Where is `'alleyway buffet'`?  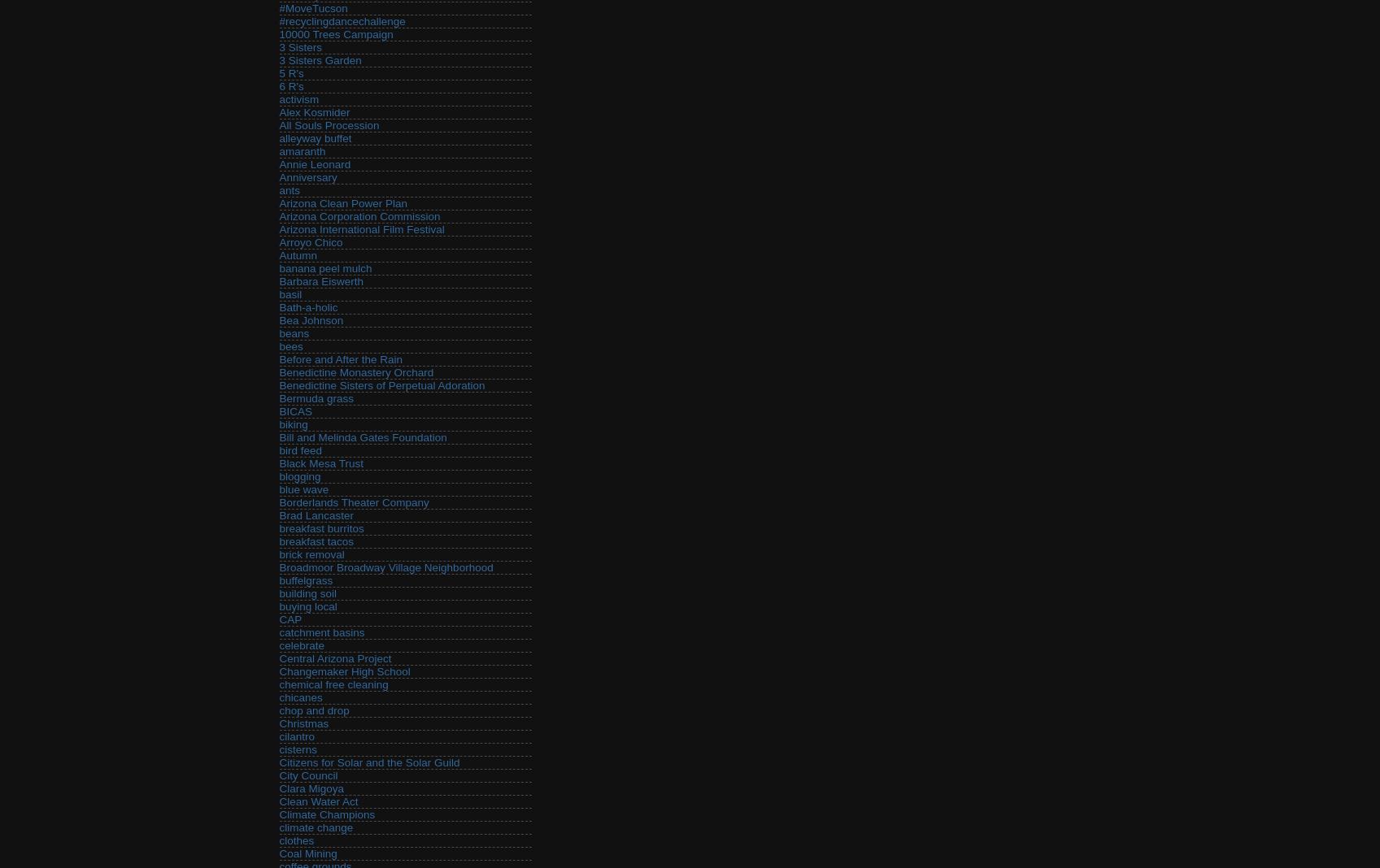
'alleyway buffet' is located at coordinates (314, 138).